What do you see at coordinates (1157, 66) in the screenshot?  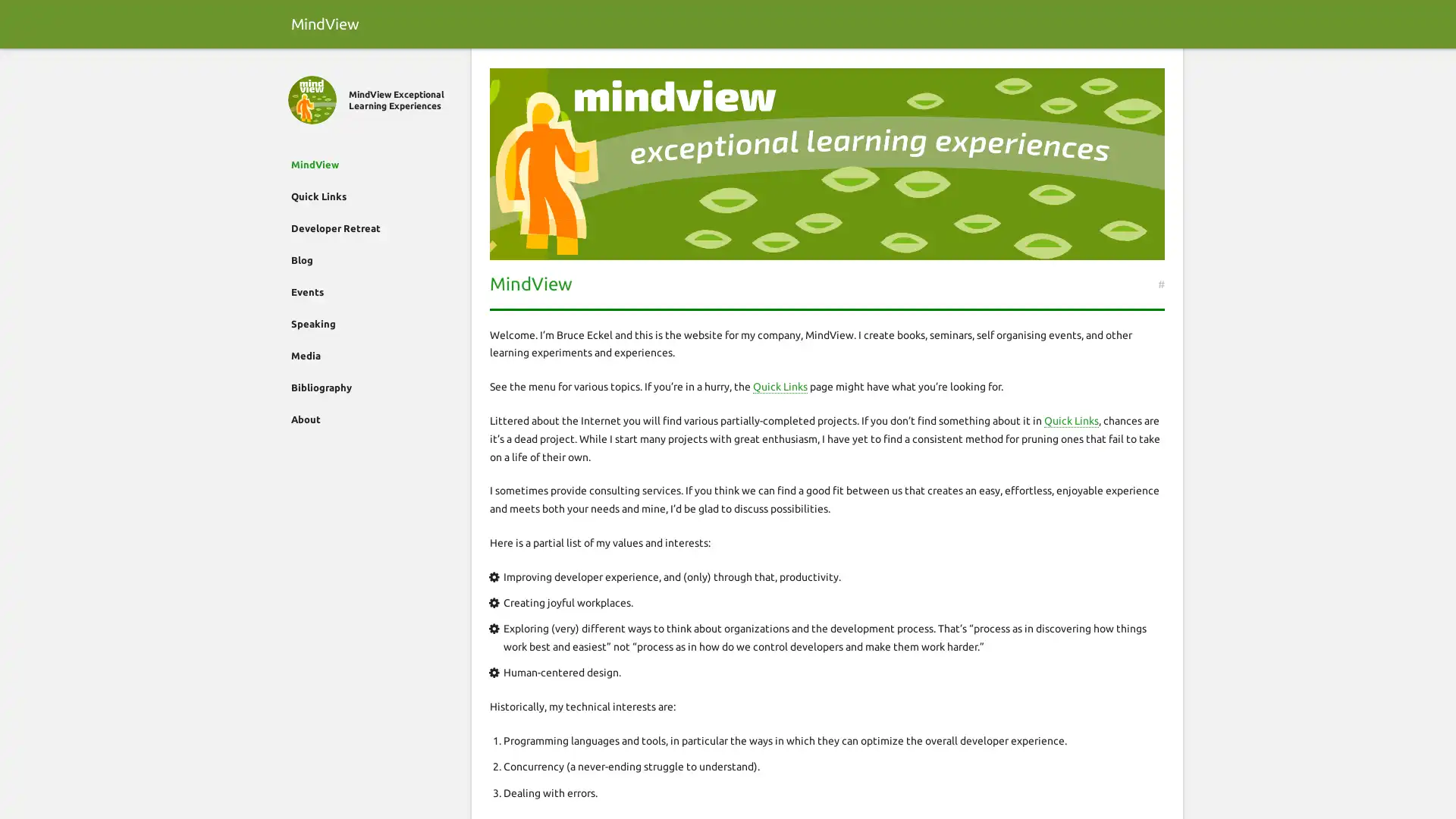 I see `Search` at bounding box center [1157, 66].